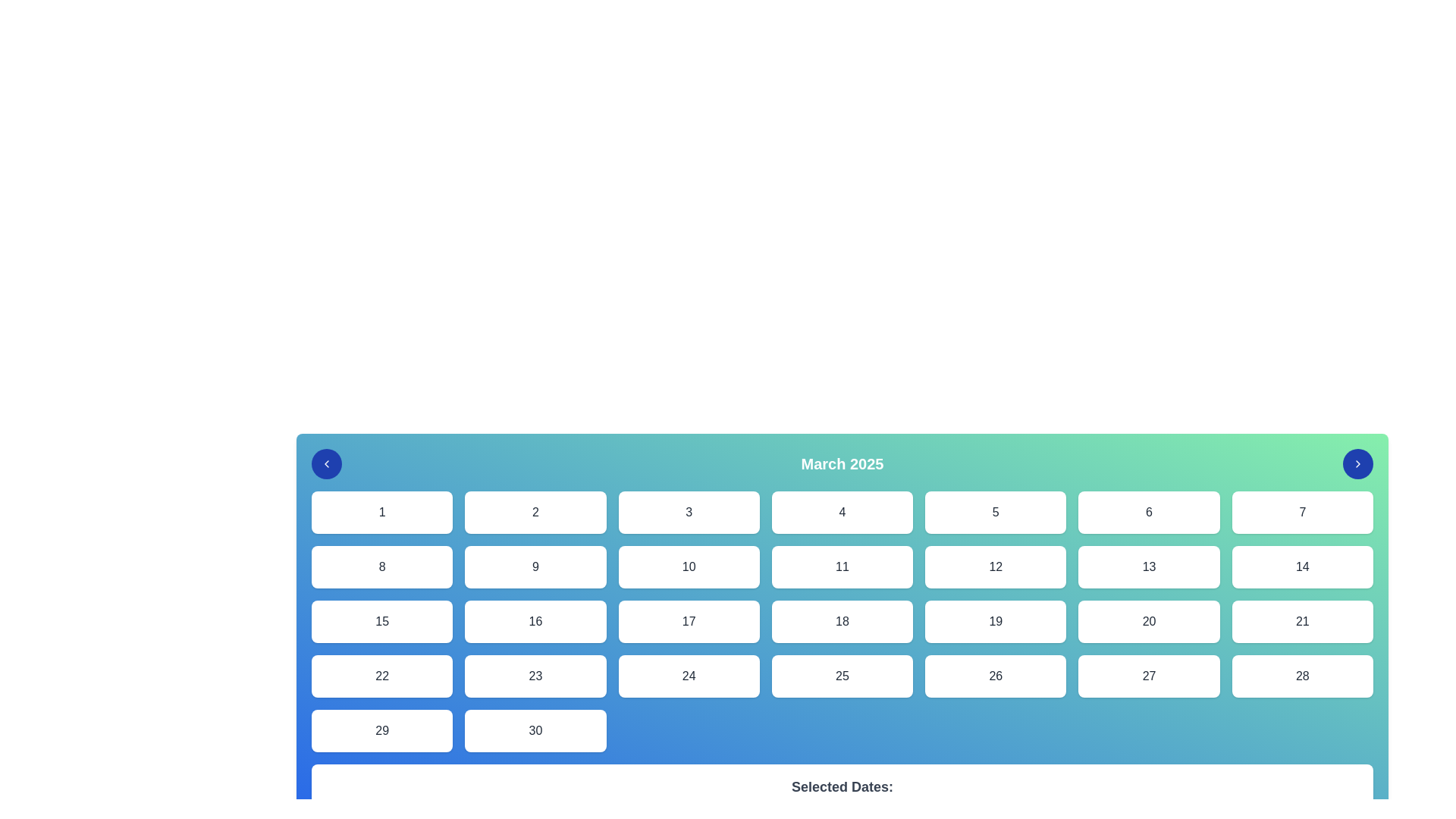 This screenshot has width=1456, height=819. I want to click on the grid cell representing the calendar day located in the second row and sixth column, which is on a blue and green gradient background, so click(1149, 567).